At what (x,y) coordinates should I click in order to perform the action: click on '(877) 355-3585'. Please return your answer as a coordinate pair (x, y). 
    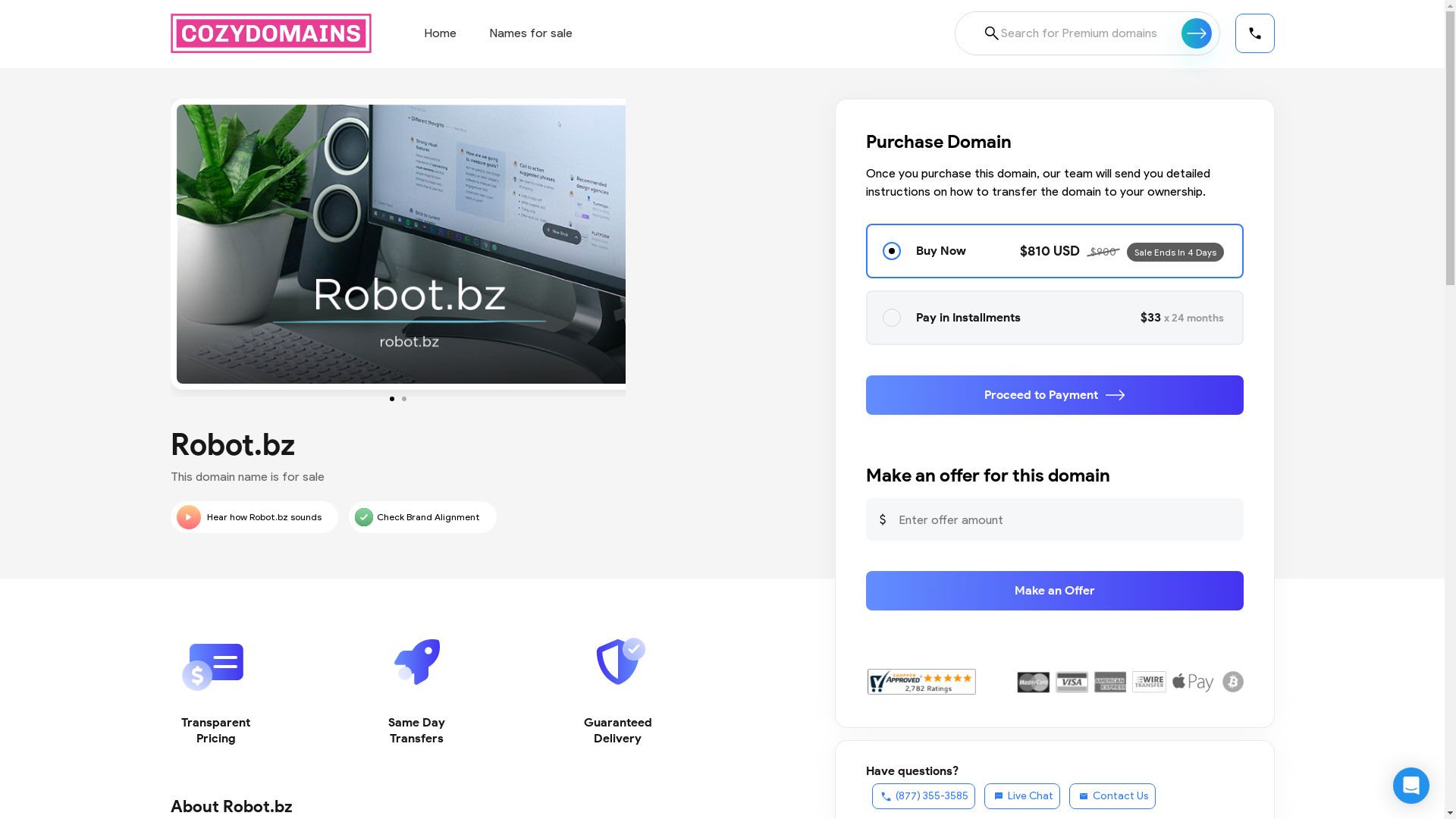
    Looking at the image, I should click on (923, 795).